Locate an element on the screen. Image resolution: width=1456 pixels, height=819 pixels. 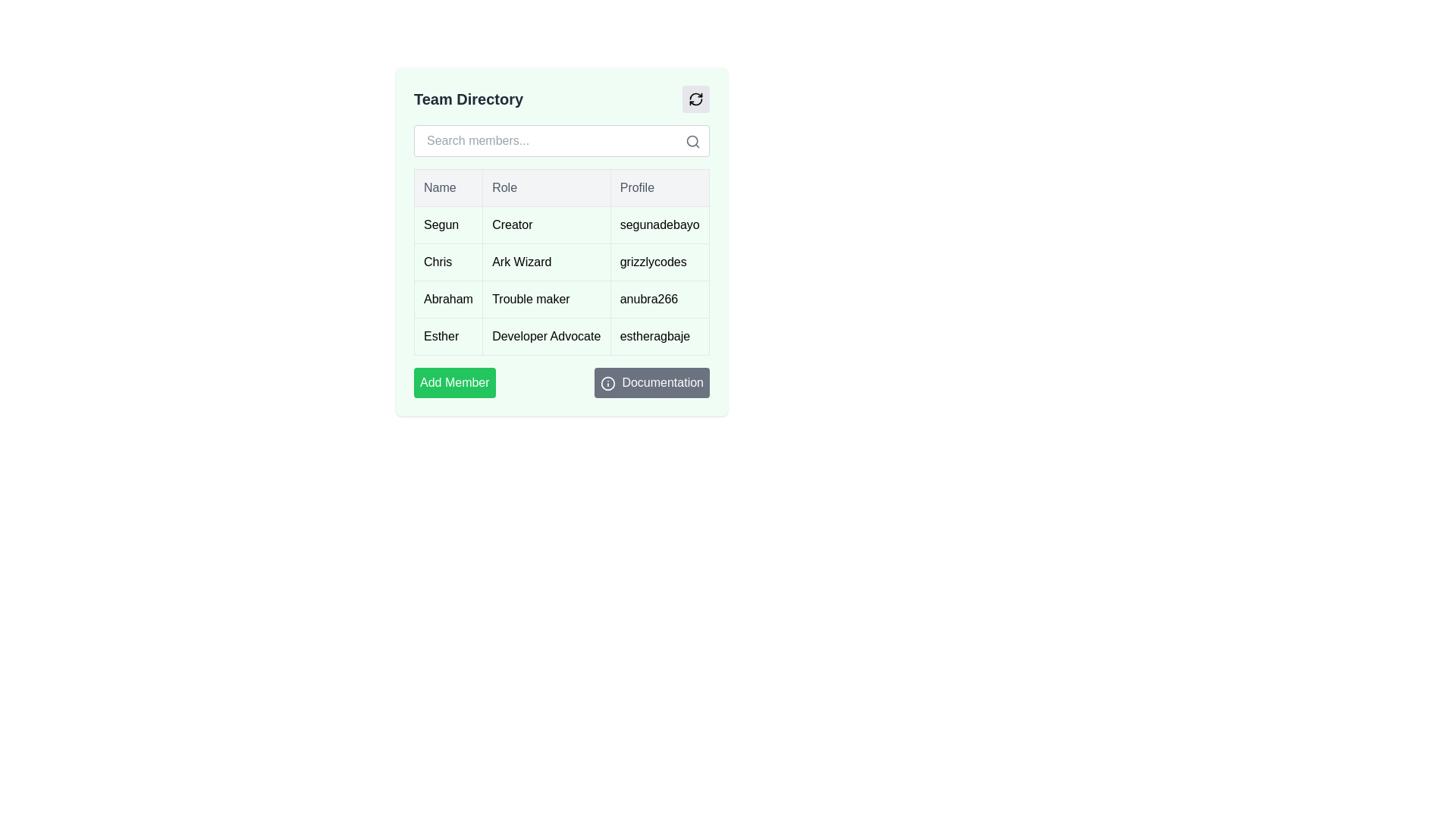
the text label in the first column of the third row under the 'Name' header in the directory list is located at coordinates (447, 299).